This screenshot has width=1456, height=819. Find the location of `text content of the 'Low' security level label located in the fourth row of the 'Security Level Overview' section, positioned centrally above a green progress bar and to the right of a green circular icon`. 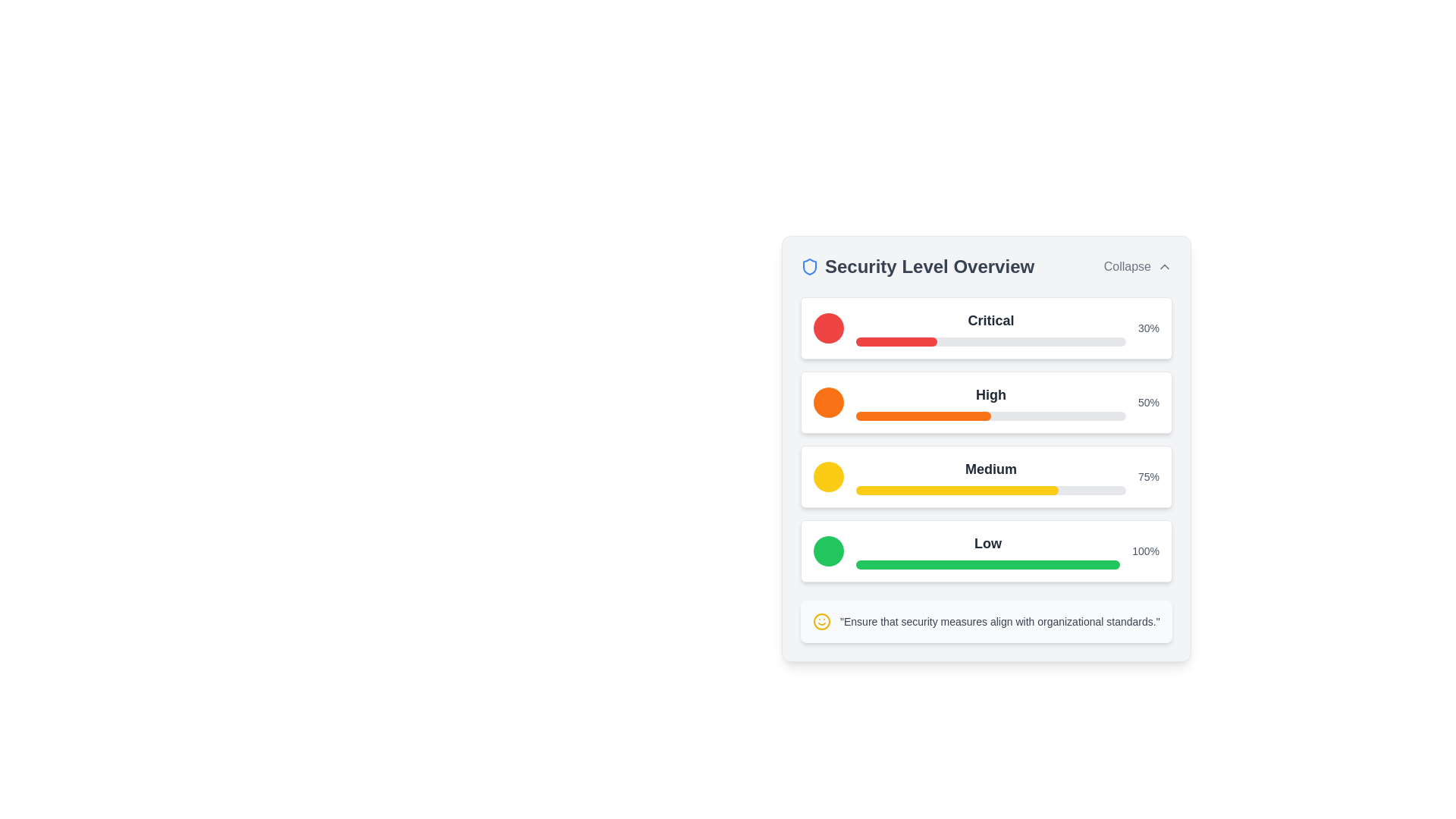

text content of the 'Low' security level label located in the fourth row of the 'Security Level Overview' section, positioned centrally above a green progress bar and to the right of a green circular icon is located at coordinates (988, 551).